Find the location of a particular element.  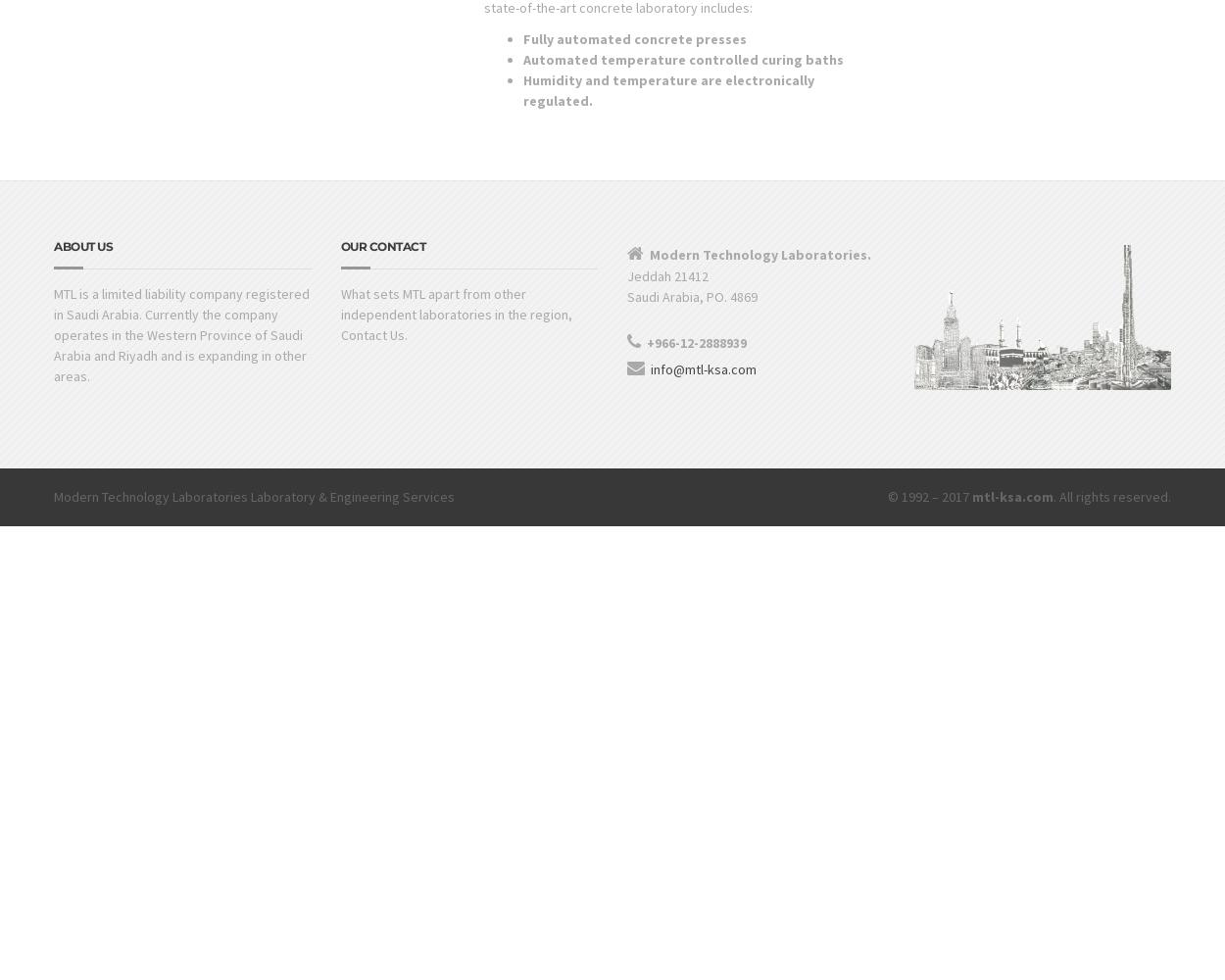

'Automated temperature controlled curing baths' is located at coordinates (681, 59).